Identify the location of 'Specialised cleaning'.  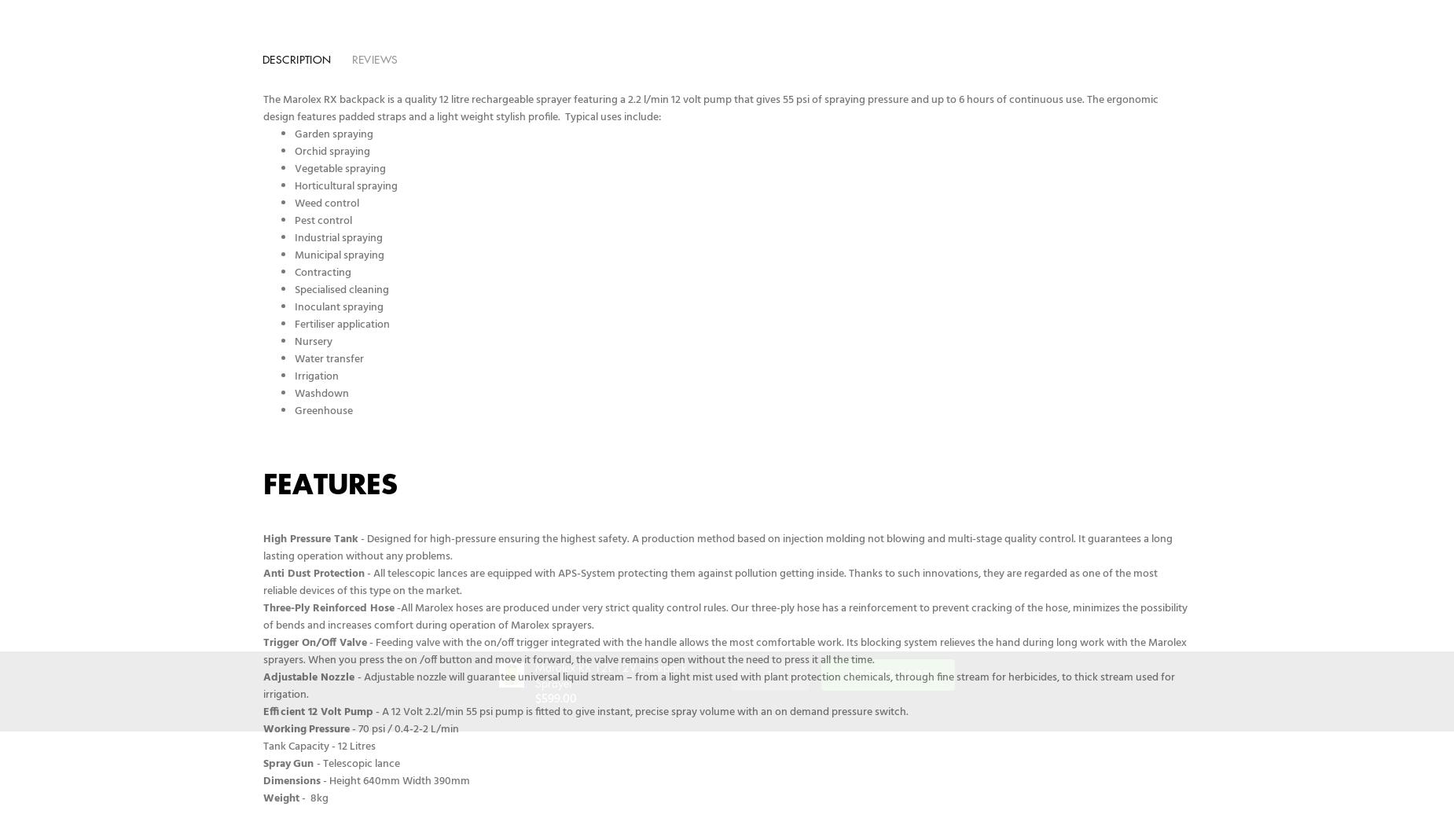
(293, 290).